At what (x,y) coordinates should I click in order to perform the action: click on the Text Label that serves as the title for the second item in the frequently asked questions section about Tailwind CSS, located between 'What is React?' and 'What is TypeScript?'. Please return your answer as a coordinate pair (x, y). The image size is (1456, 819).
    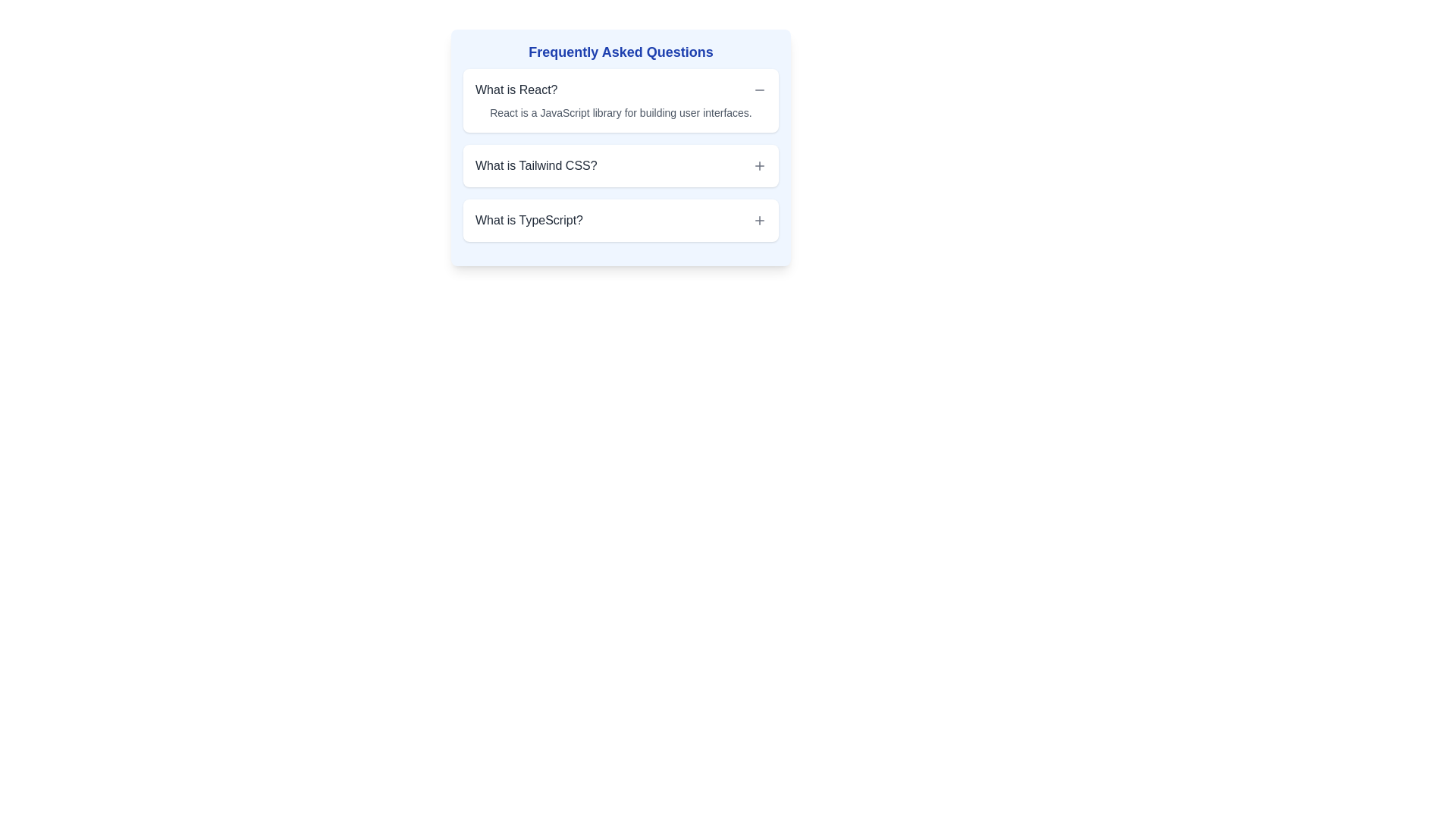
    Looking at the image, I should click on (536, 166).